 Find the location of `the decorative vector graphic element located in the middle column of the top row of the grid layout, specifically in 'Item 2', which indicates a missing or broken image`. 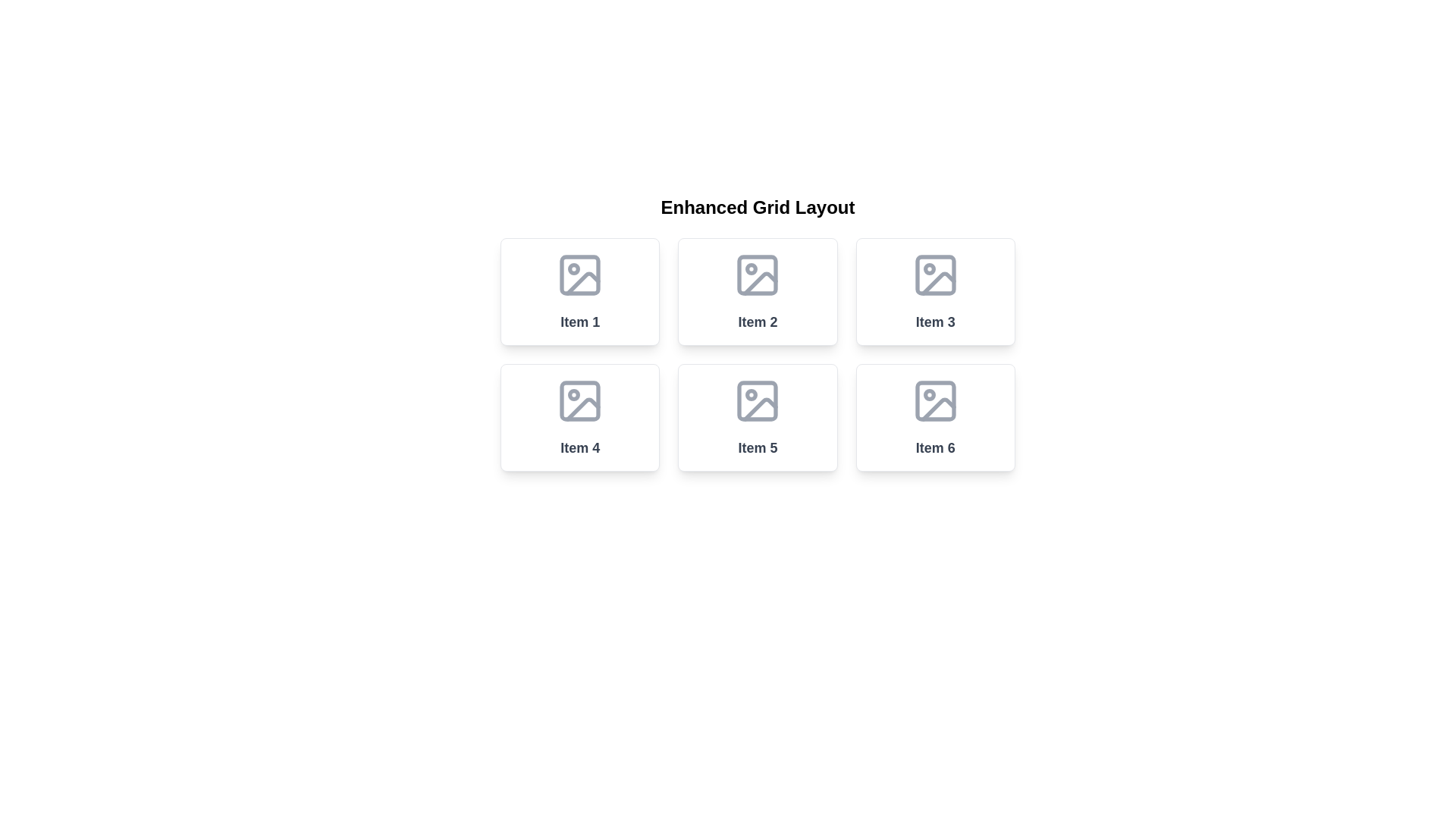

the decorative vector graphic element located in the middle column of the top row of the grid layout, specifically in 'Item 2', which indicates a missing or broken image is located at coordinates (761, 284).